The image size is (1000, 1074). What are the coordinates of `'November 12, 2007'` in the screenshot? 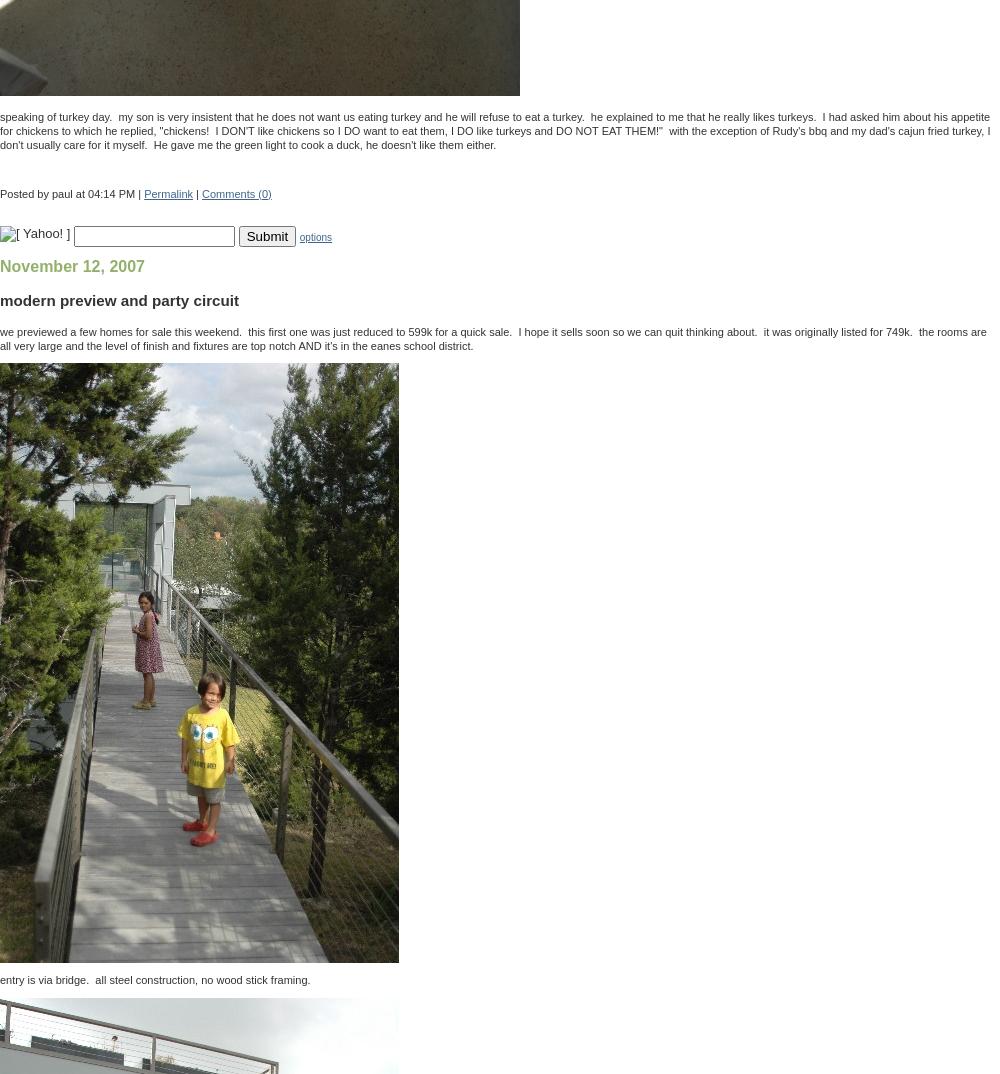 It's located at (71, 265).